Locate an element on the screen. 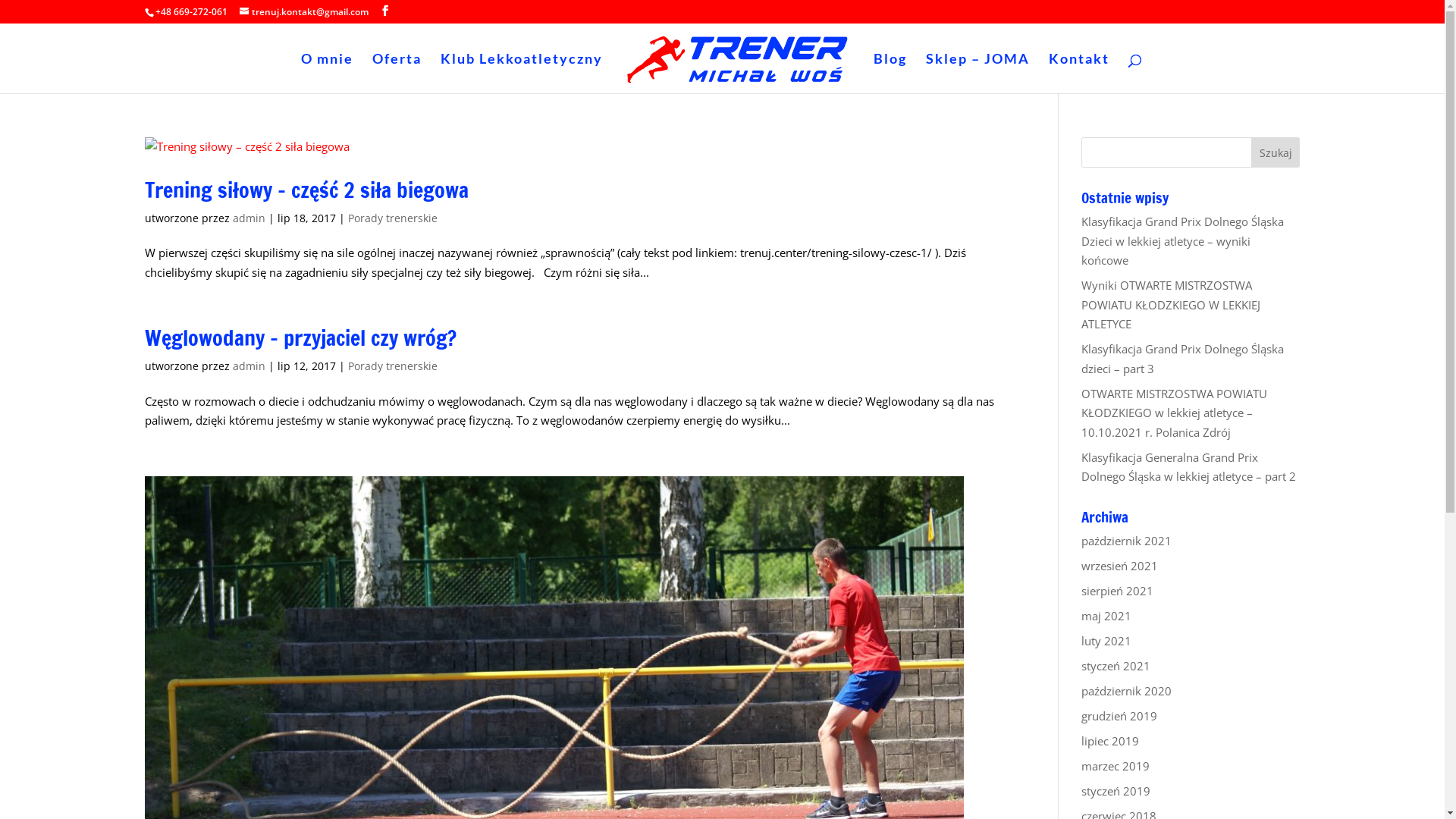 Image resolution: width=1456 pixels, height=819 pixels. 'Oferta' is located at coordinates (397, 73).